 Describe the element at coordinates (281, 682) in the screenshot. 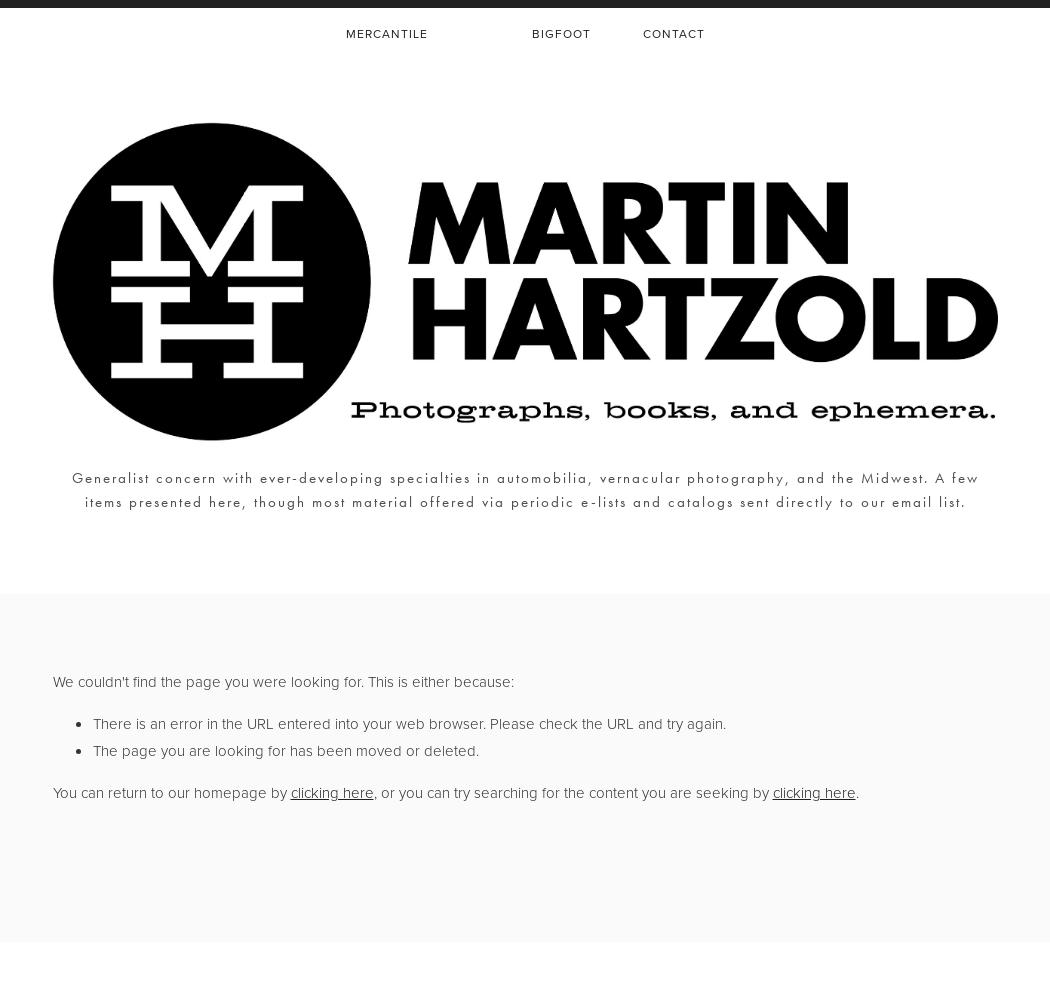

I see `'We couldn't find the page you were looking for. This is either because:'` at that location.